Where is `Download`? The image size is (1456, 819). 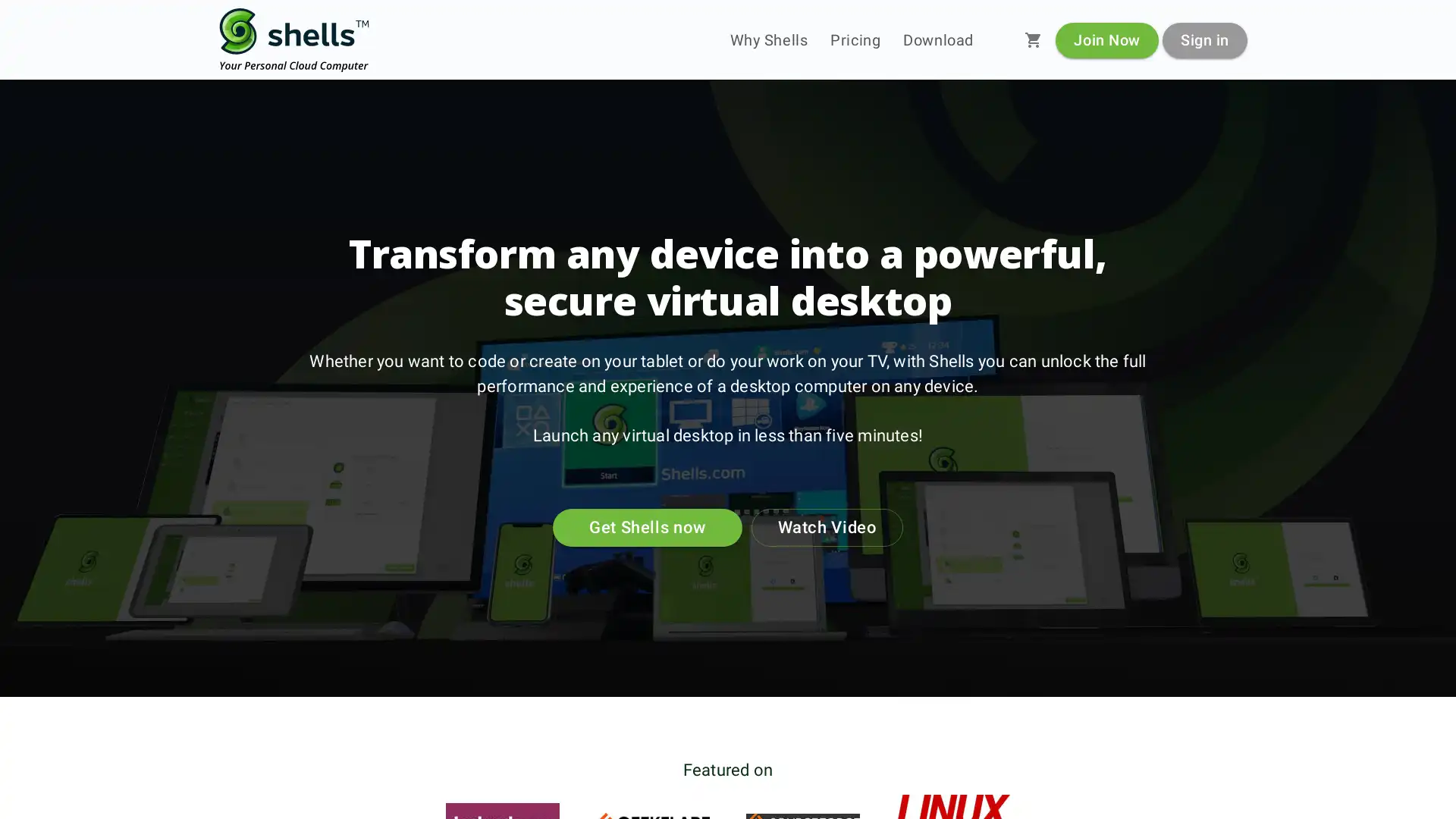
Download is located at coordinates (937, 39).